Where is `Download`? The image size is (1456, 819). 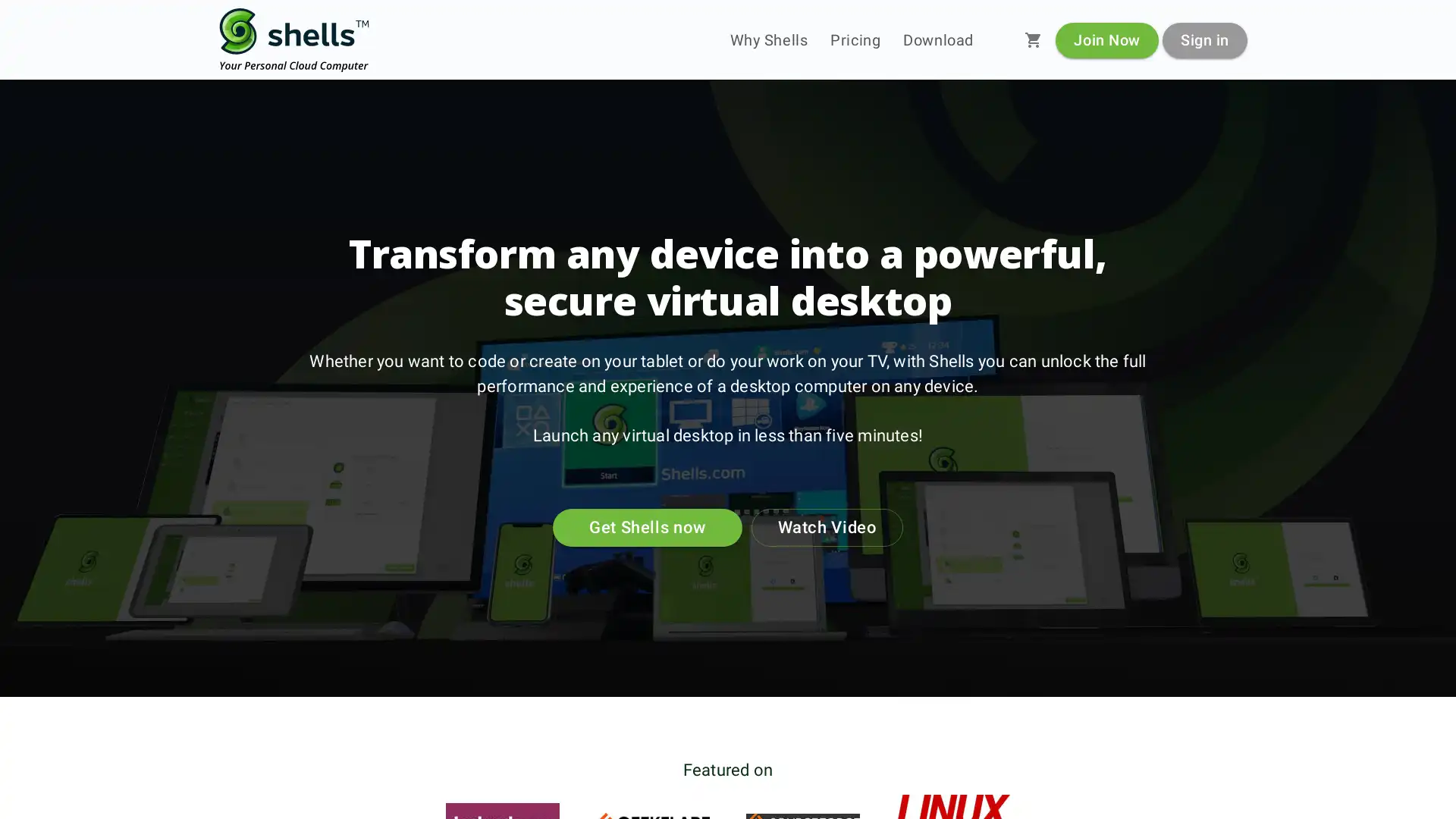
Download is located at coordinates (937, 39).